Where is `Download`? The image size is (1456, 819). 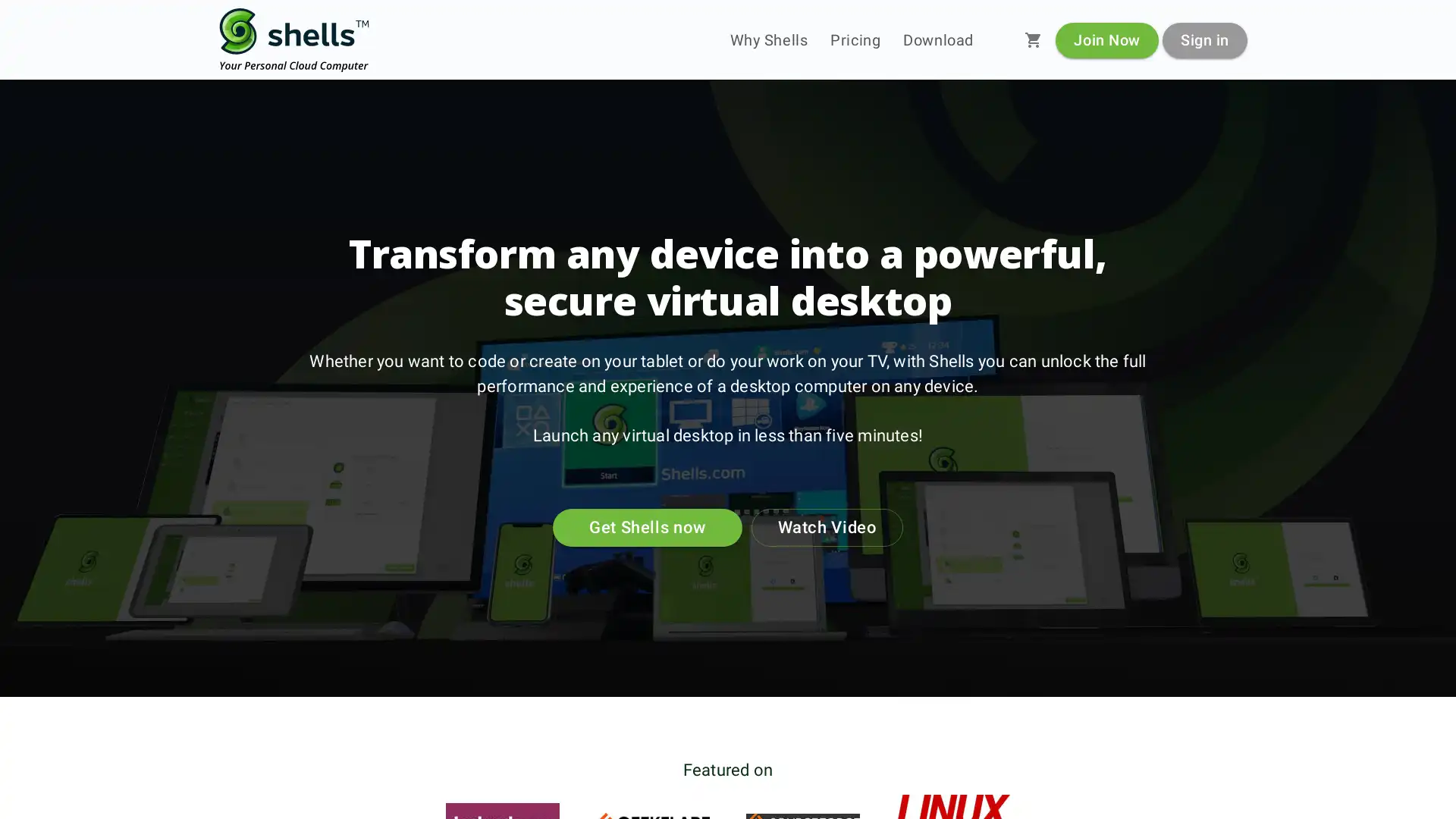
Download is located at coordinates (937, 39).